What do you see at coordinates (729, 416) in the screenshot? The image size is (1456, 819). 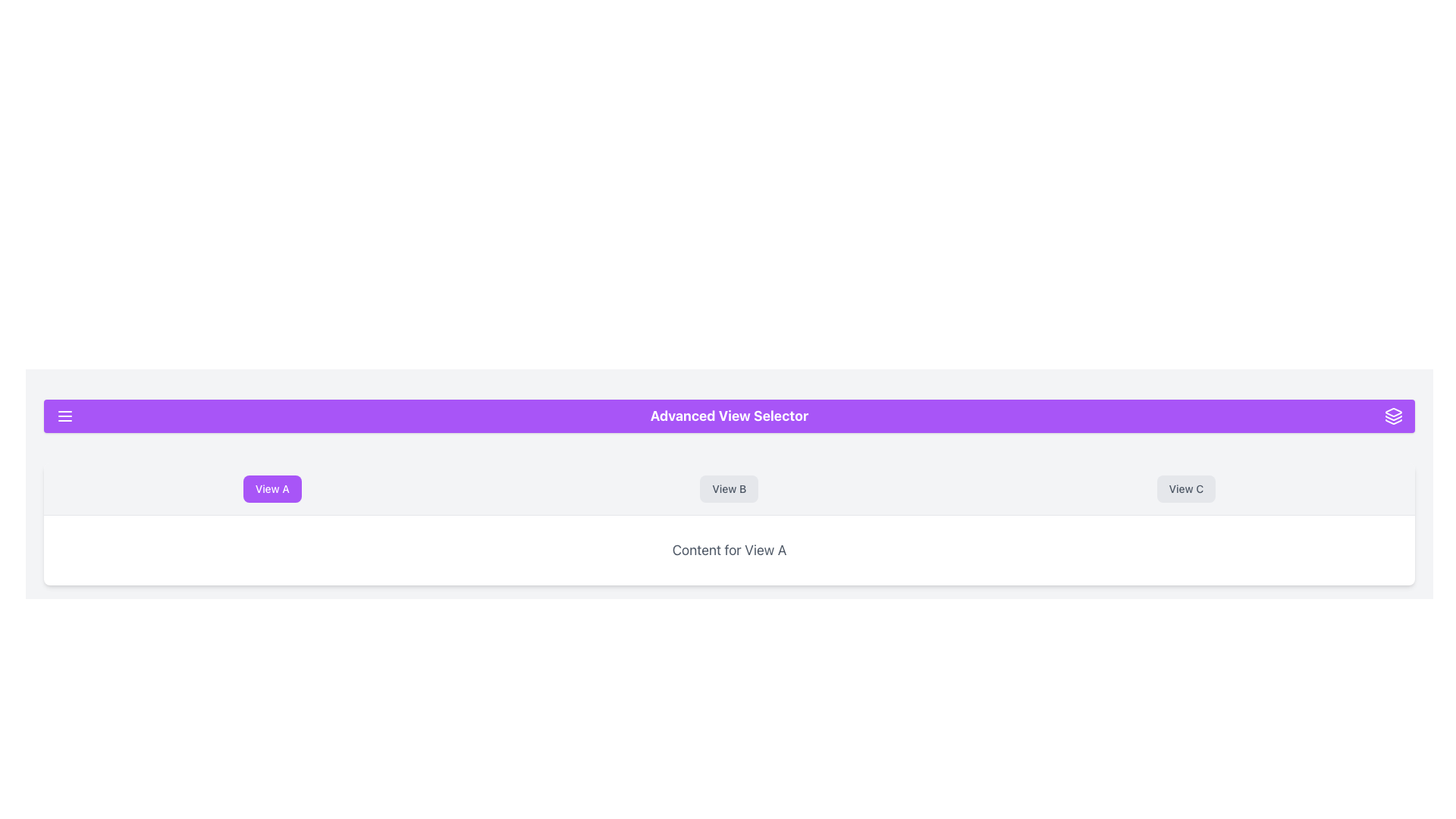 I see `the header bar located at the top section of the interface, which serves as a title and context for navigation` at bounding box center [729, 416].